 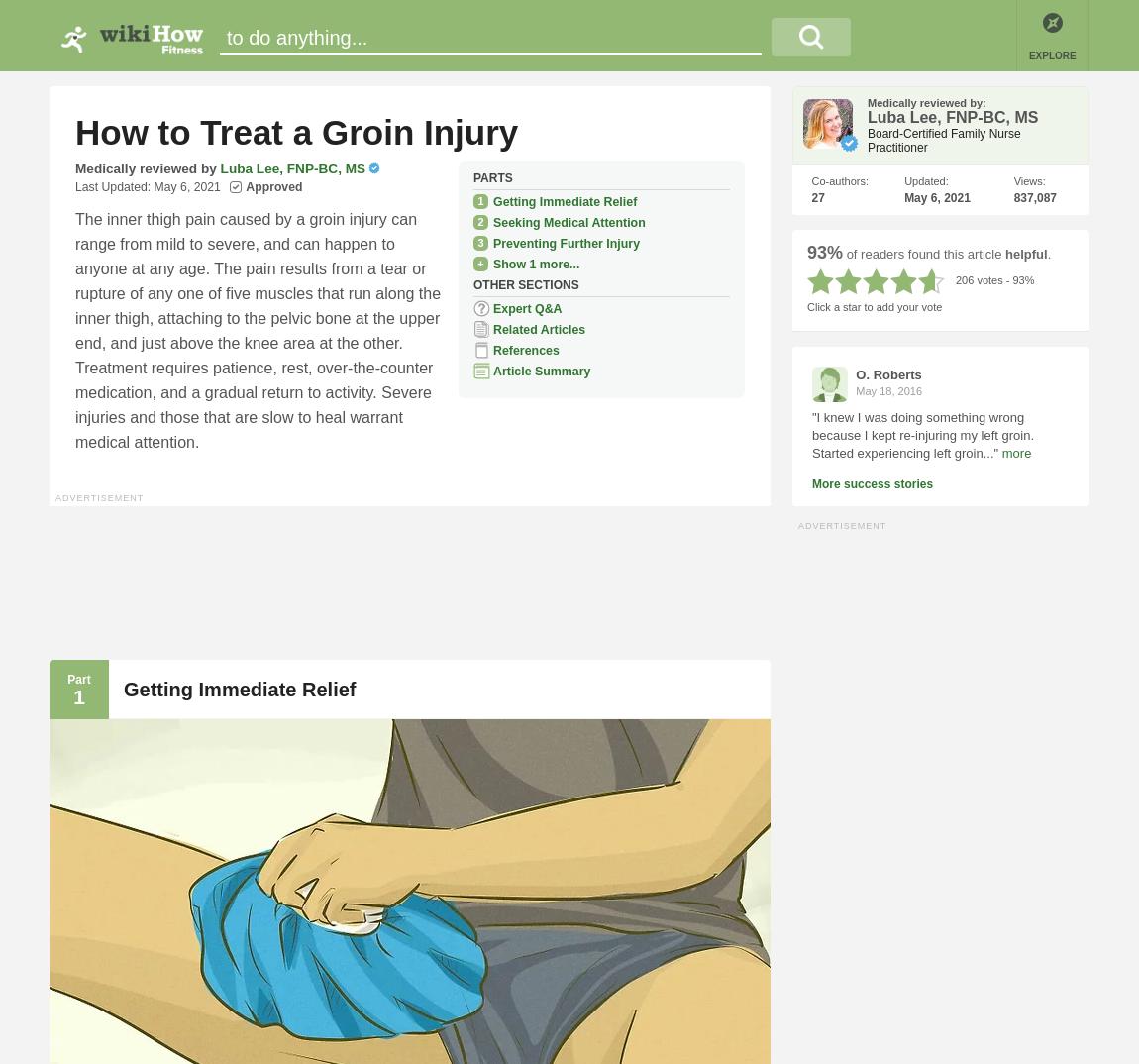 What do you see at coordinates (922, 433) in the screenshot?
I see `'"I knew I was doing something wrong because I kept re-injuring my left groin. Started experiencing left groin'` at bounding box center [922, 433].